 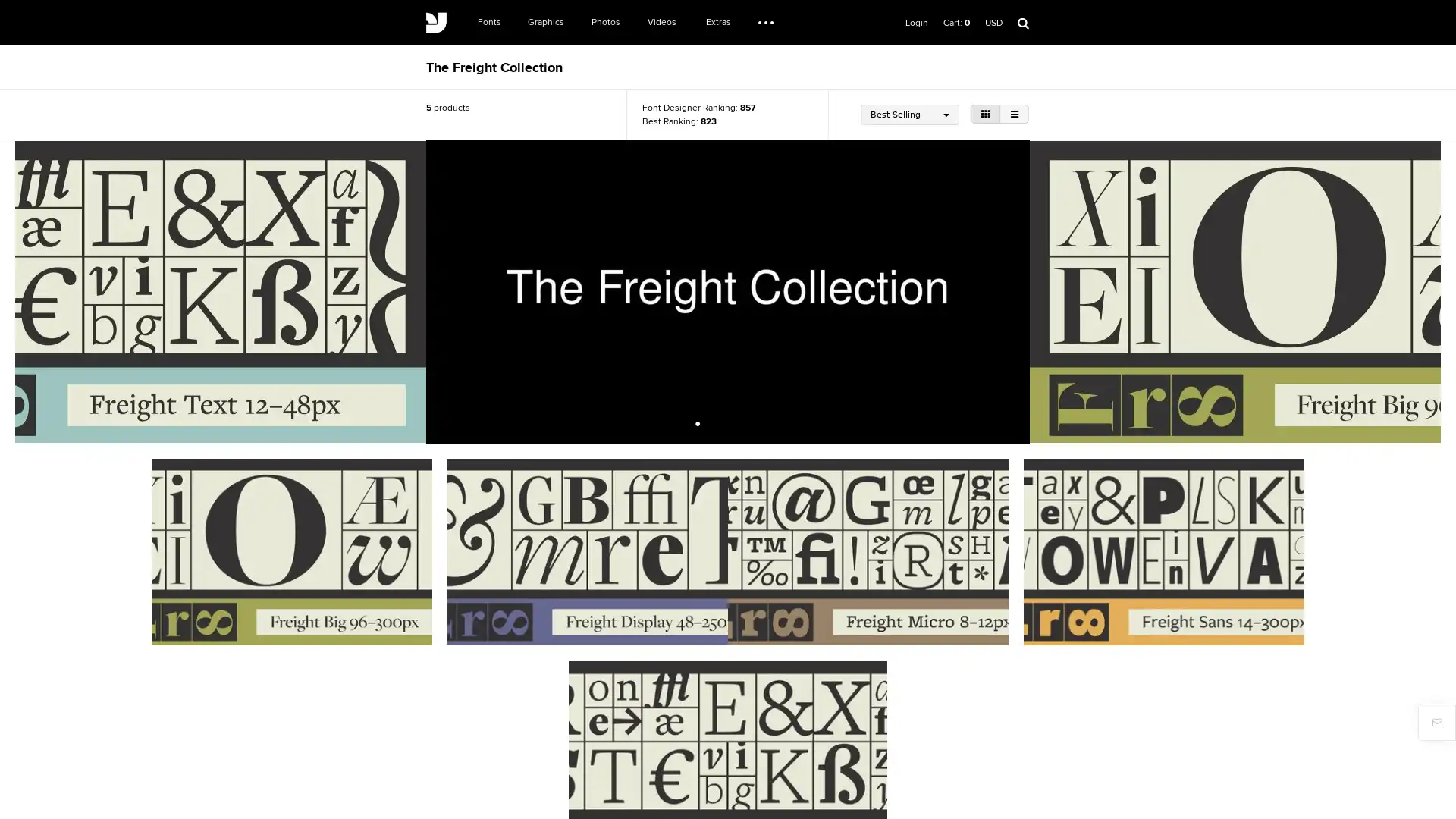 What do you see at coordinates (886, 802) in the screenshot?
I see `Register` at bounding box center [886, 802].